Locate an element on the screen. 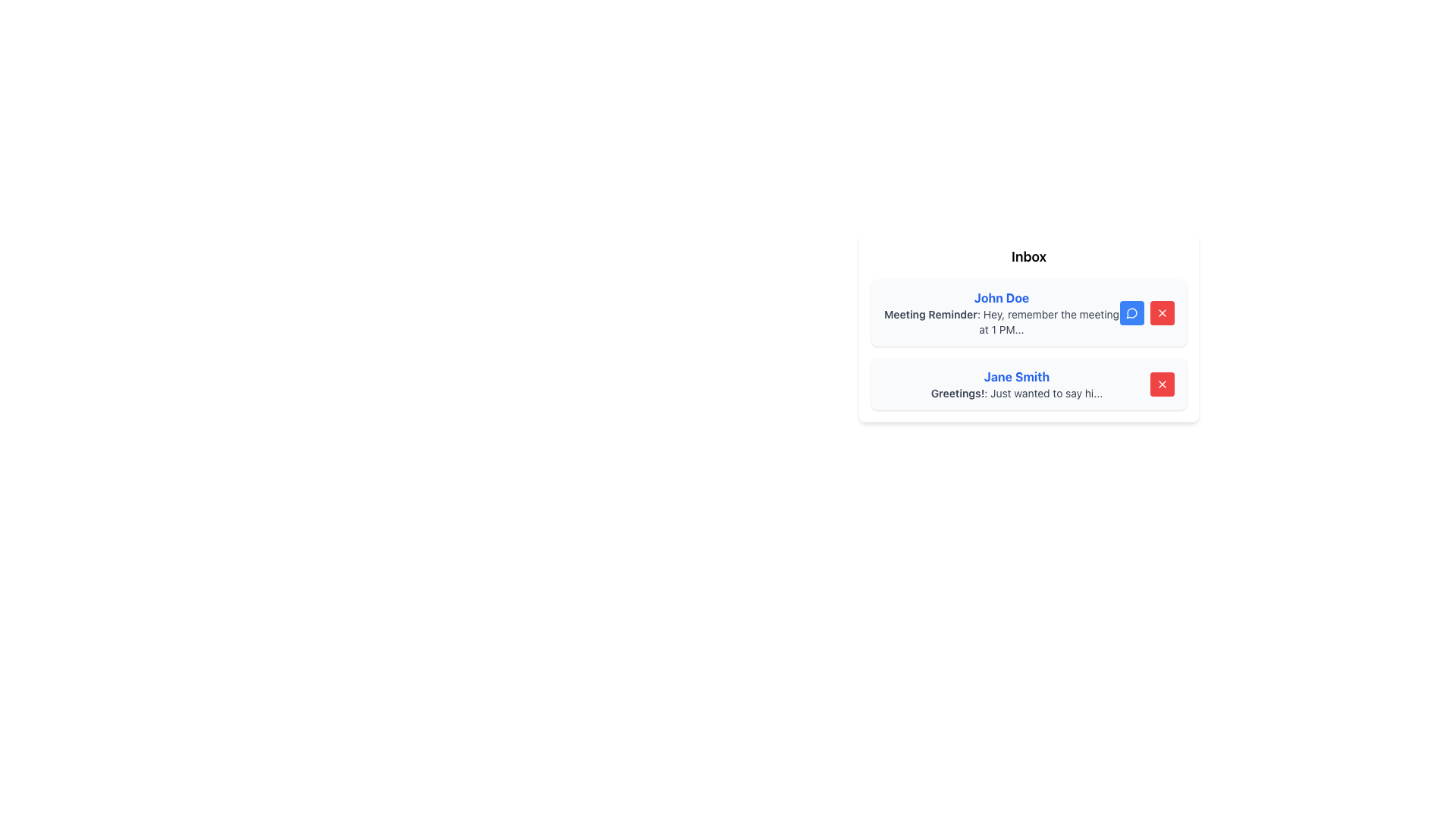  the square red button with a white 'X' icon located in the second message card titled 'Jane Smith' is located at coordinates (1161, 383).